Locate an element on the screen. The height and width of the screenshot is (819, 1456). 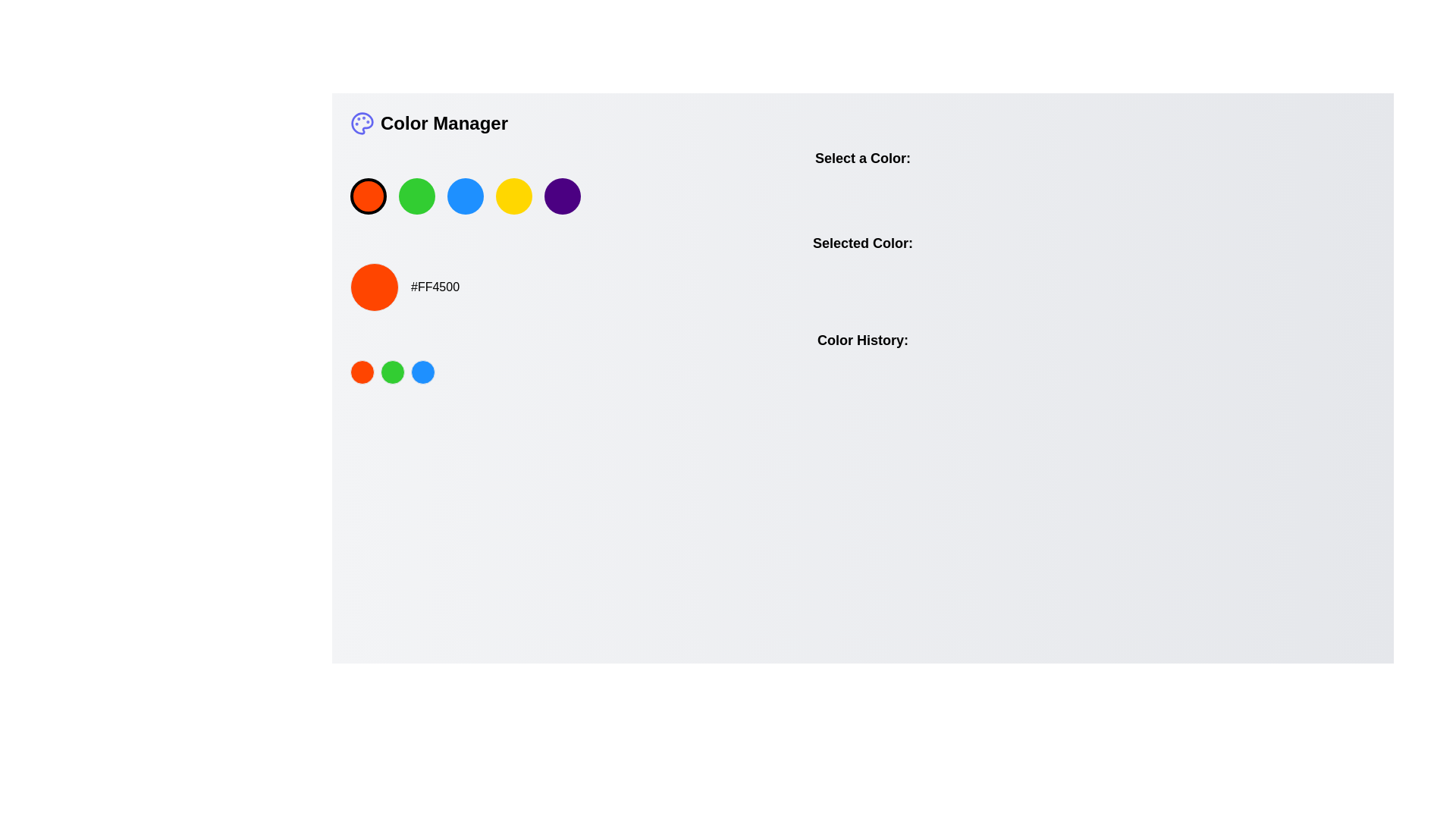
the circular green button located in the second position of the horizontal row of color selectors under 'Color Manager' is located at coordinates (417, 195).